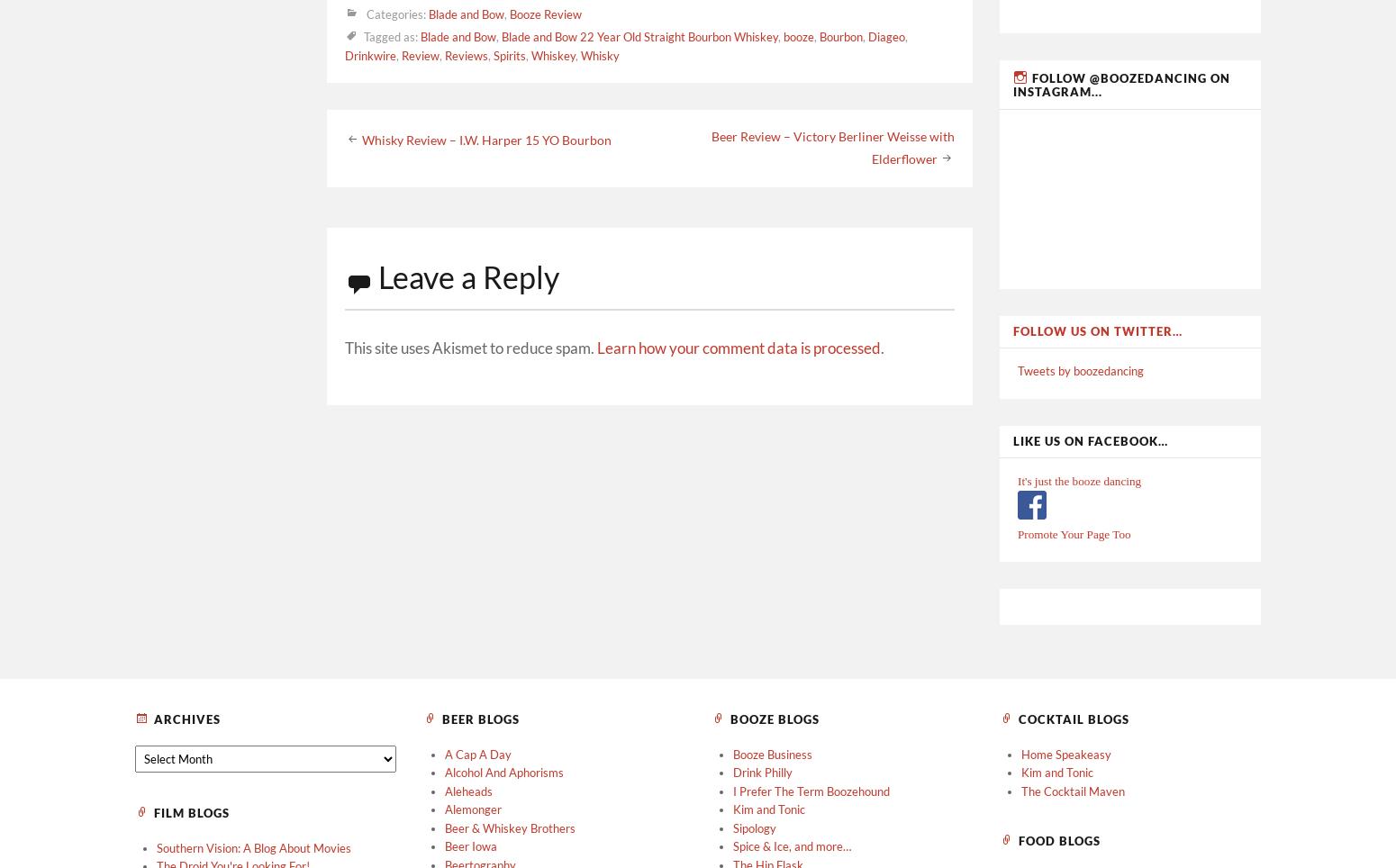 Image resolution: width=1396 pixels, height=868 pixels. Describe the element at coordinates (477, 753) in the screenshot. I see `'A Cap A Day'` at that location.